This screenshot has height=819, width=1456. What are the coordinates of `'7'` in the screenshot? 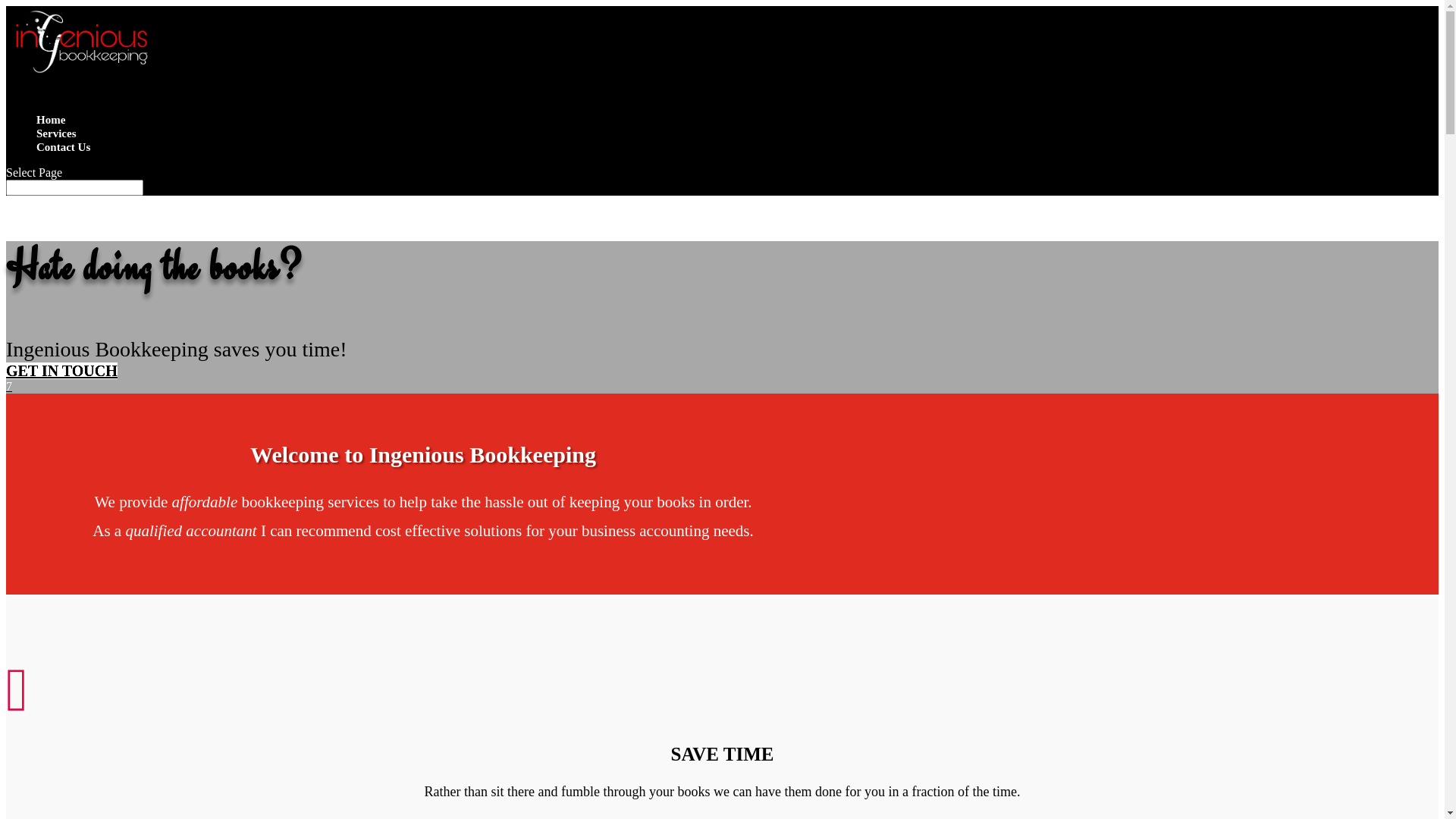 It's located at (9, 385).